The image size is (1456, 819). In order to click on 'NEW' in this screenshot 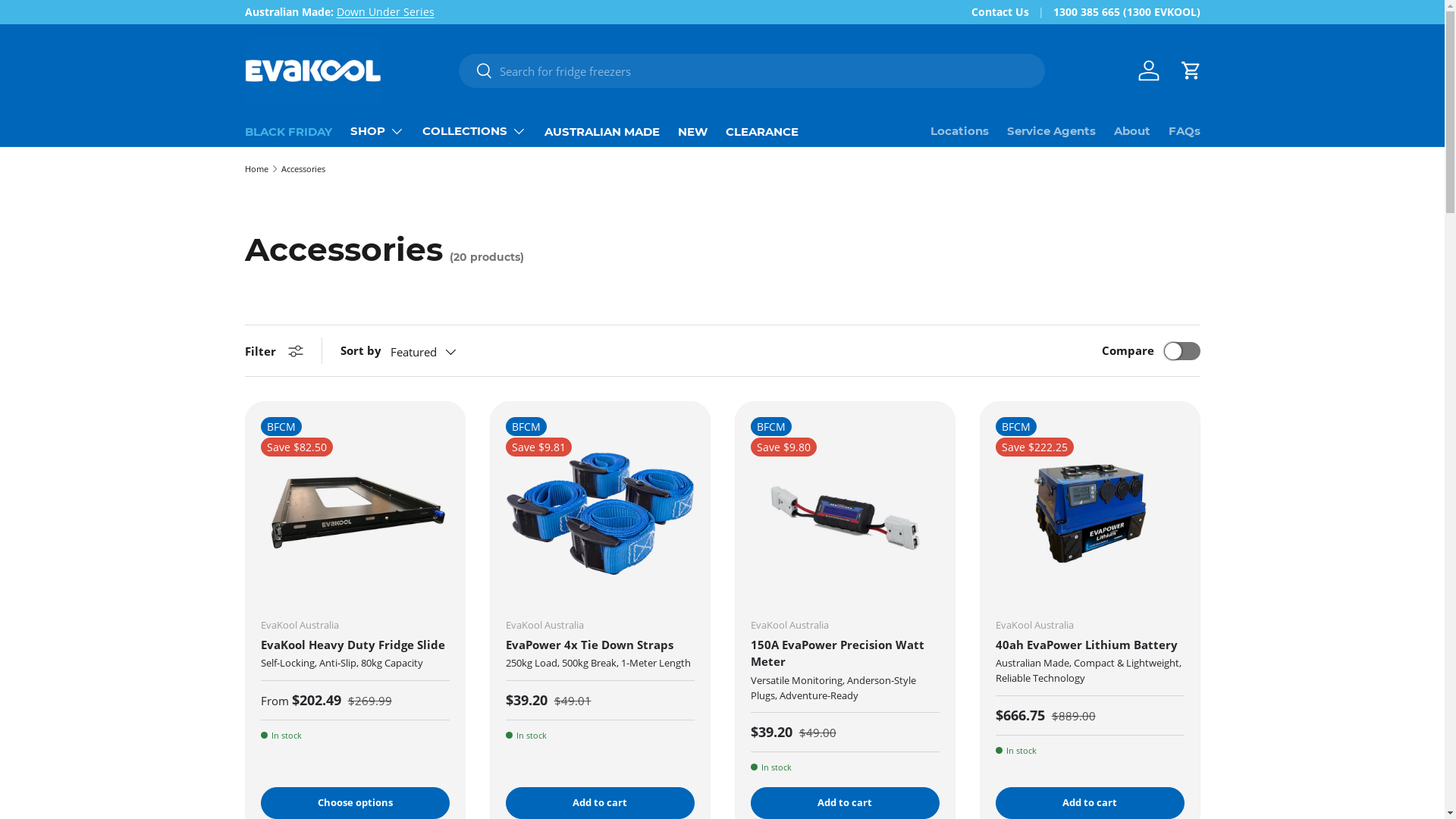, I will do `click(692, 130)`.